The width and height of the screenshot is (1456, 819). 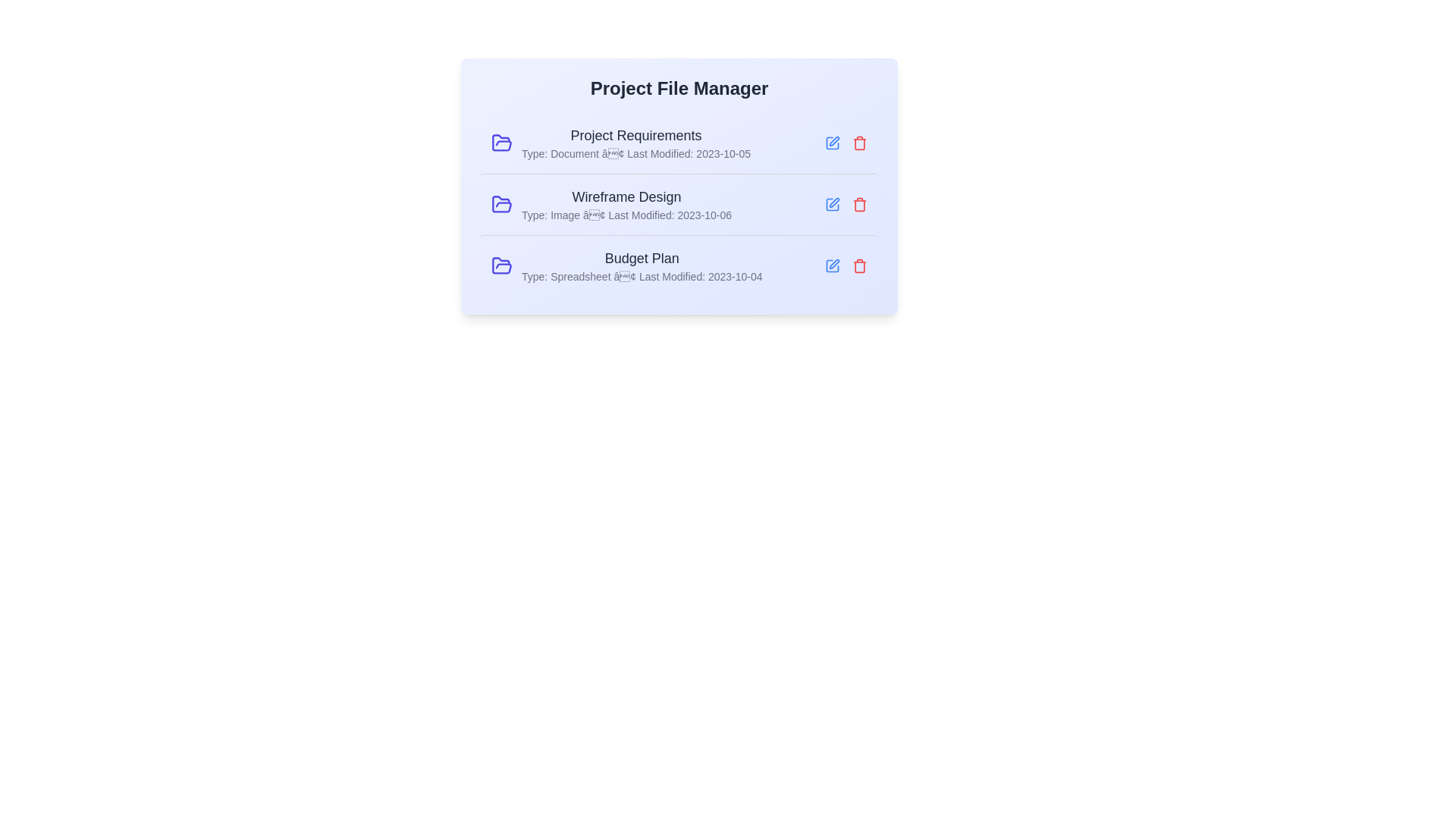 I want to click on the folder icon to open the file Budget Plan, so click(x=502, y=265).